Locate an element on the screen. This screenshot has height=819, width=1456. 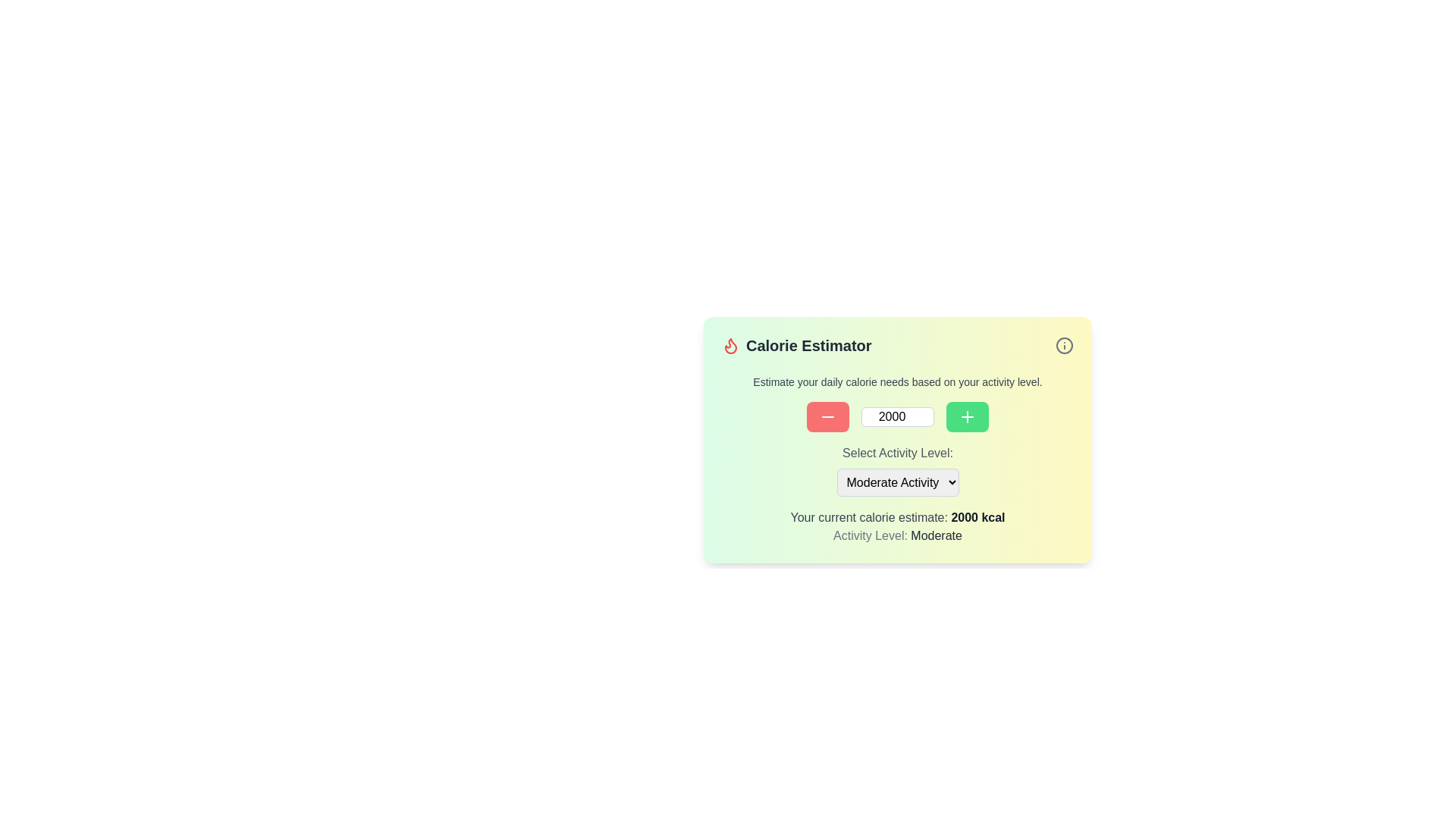
the red decrement button located to the left of the white text box displaying '2000' in the 'Calorie Estimator' section to decrement a value is located at coordinates (827, 417).